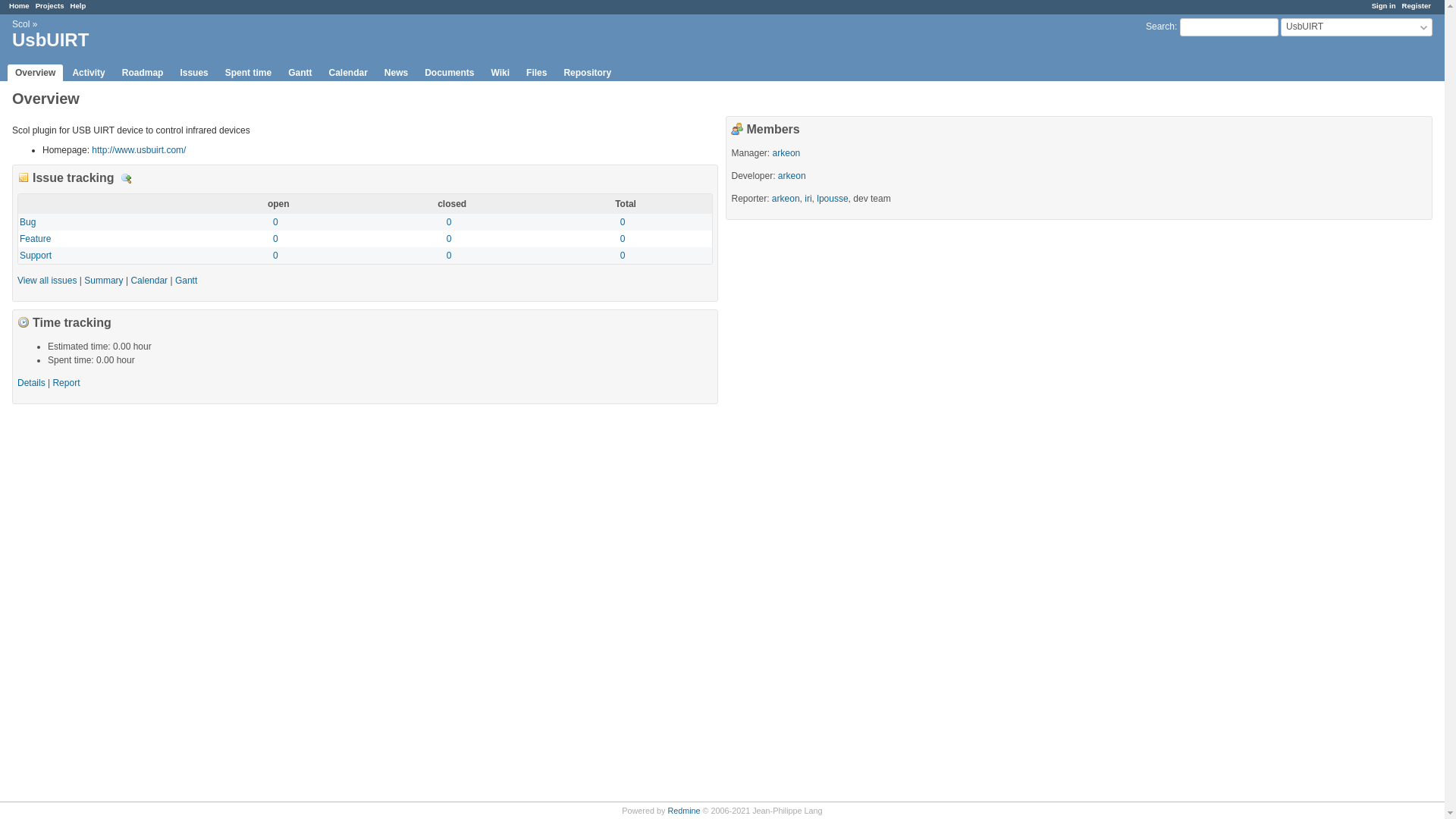 This screenshot has height=819, width=1456. Describe the element at coordinates (831, 198) in the screenshot. I see `'lpousse'` at that location.